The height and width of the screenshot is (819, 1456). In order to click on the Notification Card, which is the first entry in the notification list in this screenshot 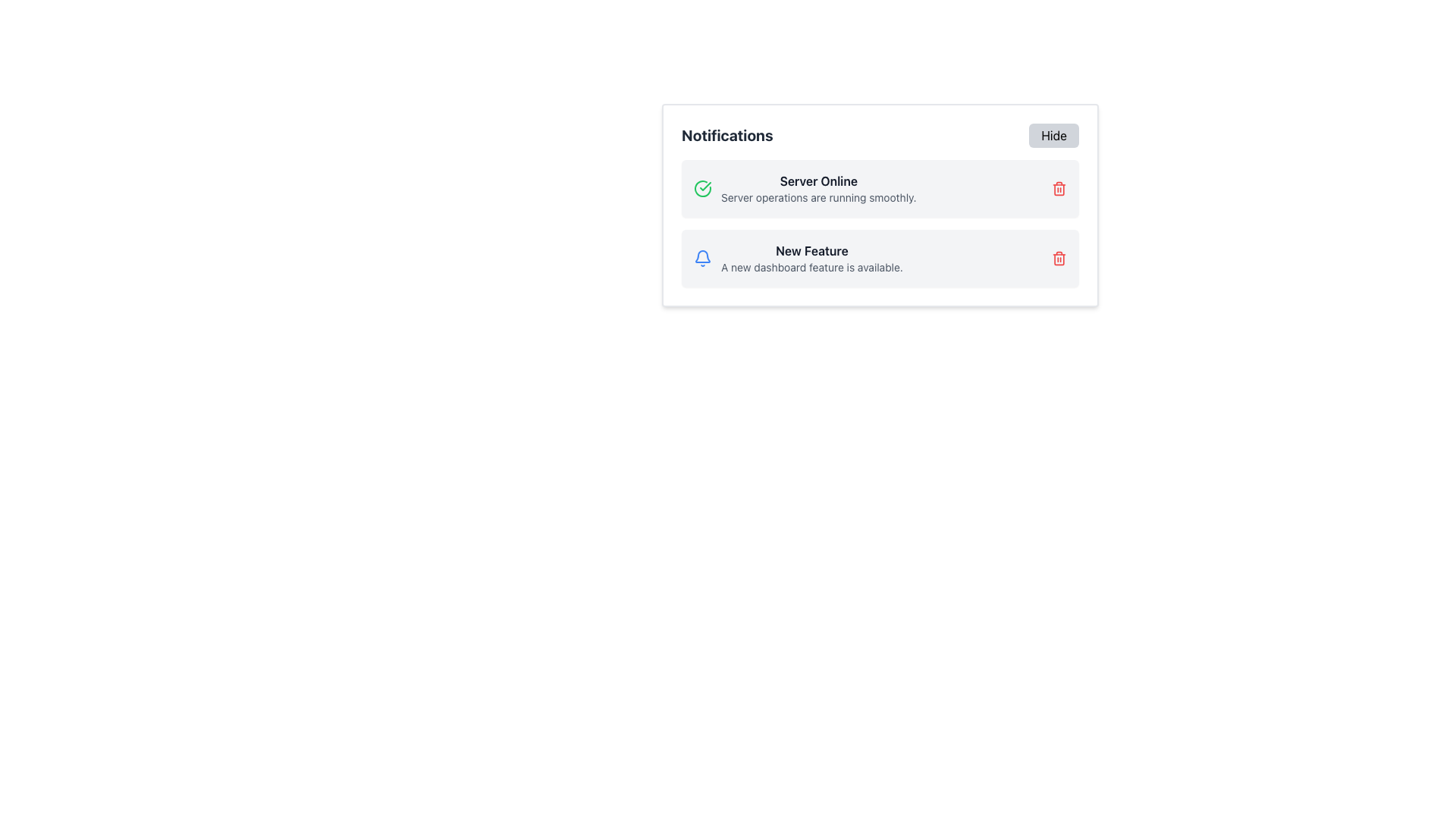, I will do `click(880, 188)`.